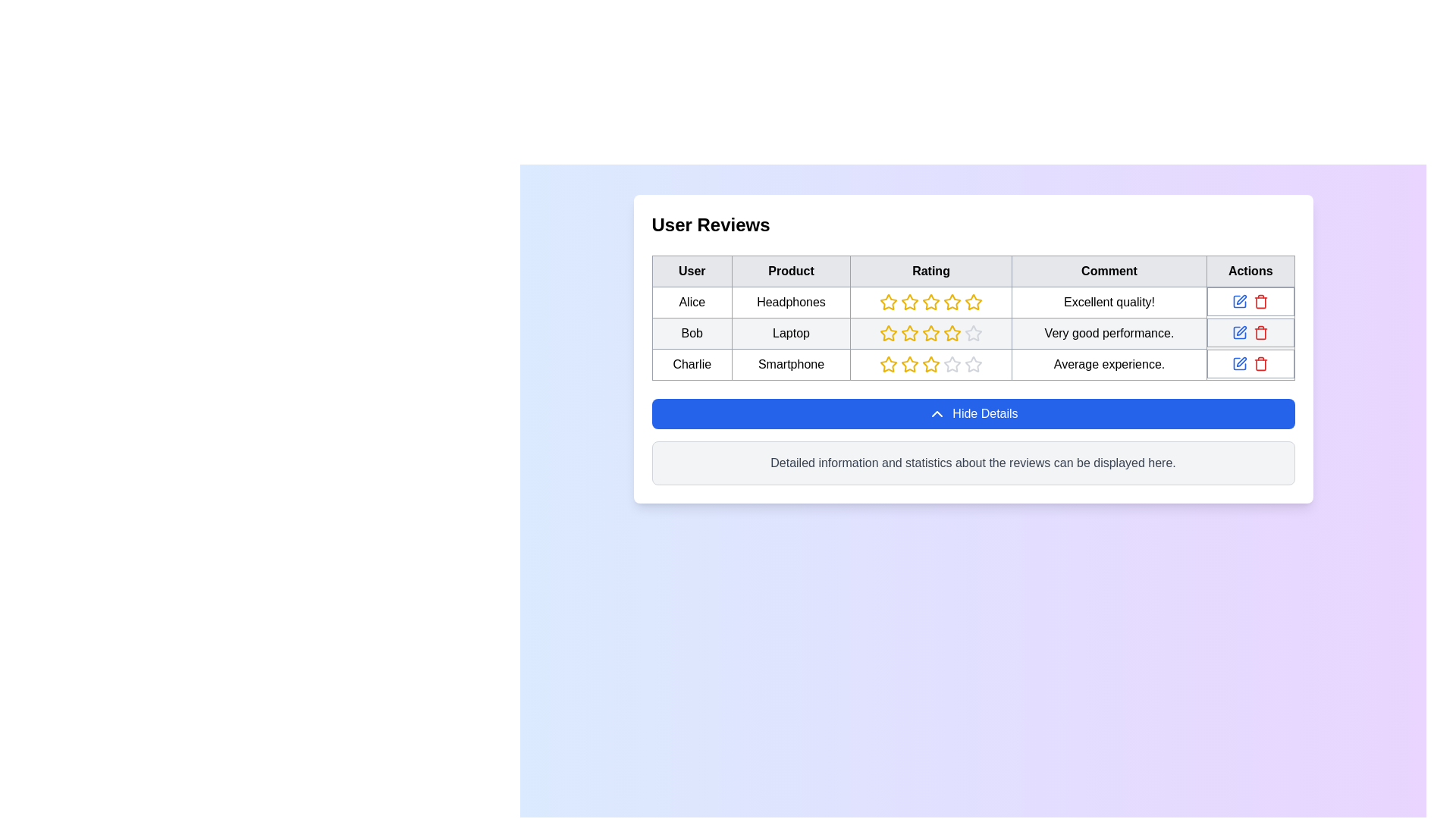  Describe the element at coordinates (973, 462) in the screenshot. I see `the text label that displays 'Detailed information and statistics about the reviews can be displayed here.' positioned on a light gray background below the 'Hide Details' button` at that location.